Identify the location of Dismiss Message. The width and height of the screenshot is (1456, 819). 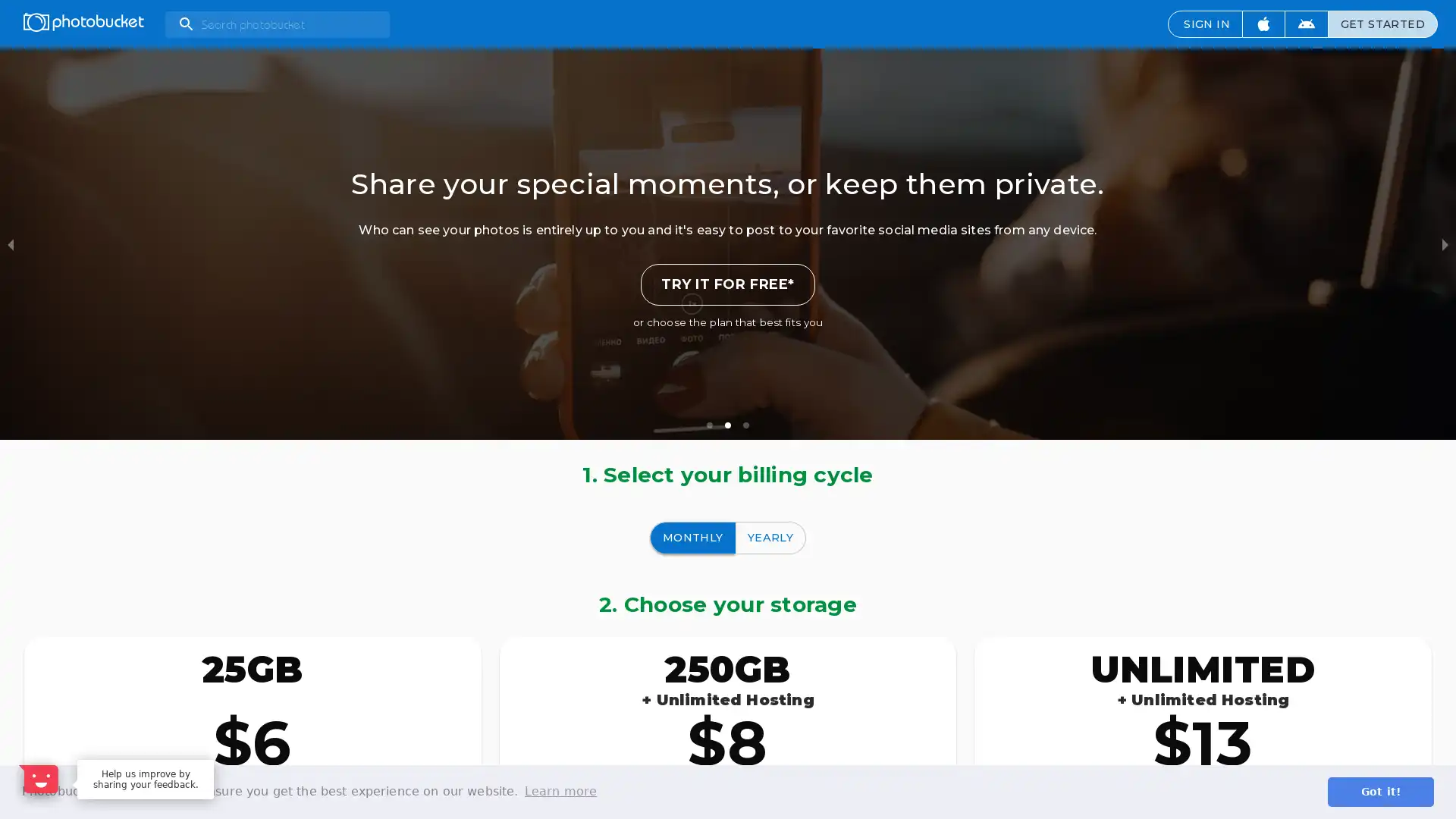
(212, 761).